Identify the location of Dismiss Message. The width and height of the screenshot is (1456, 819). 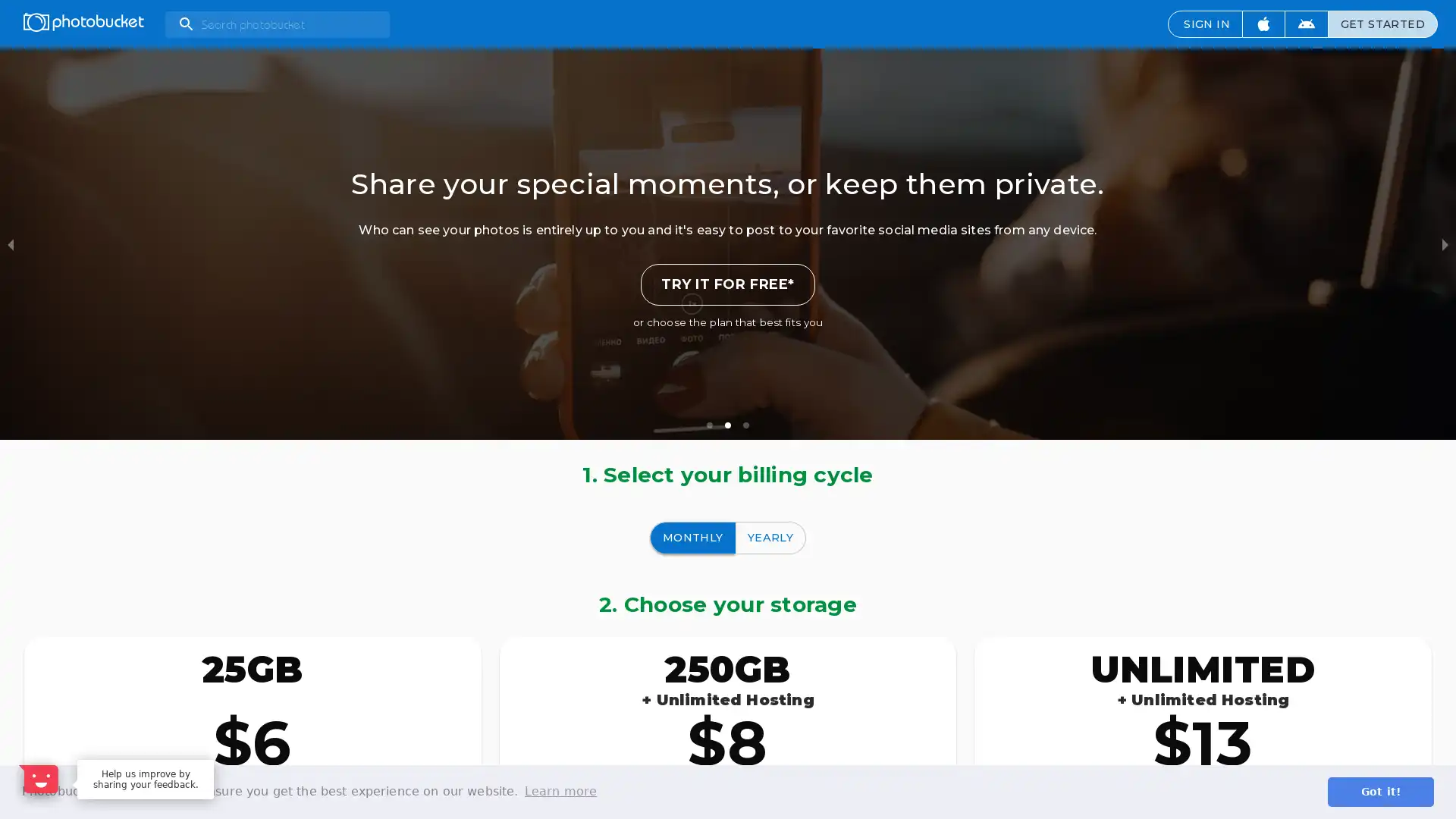
(212, 761).